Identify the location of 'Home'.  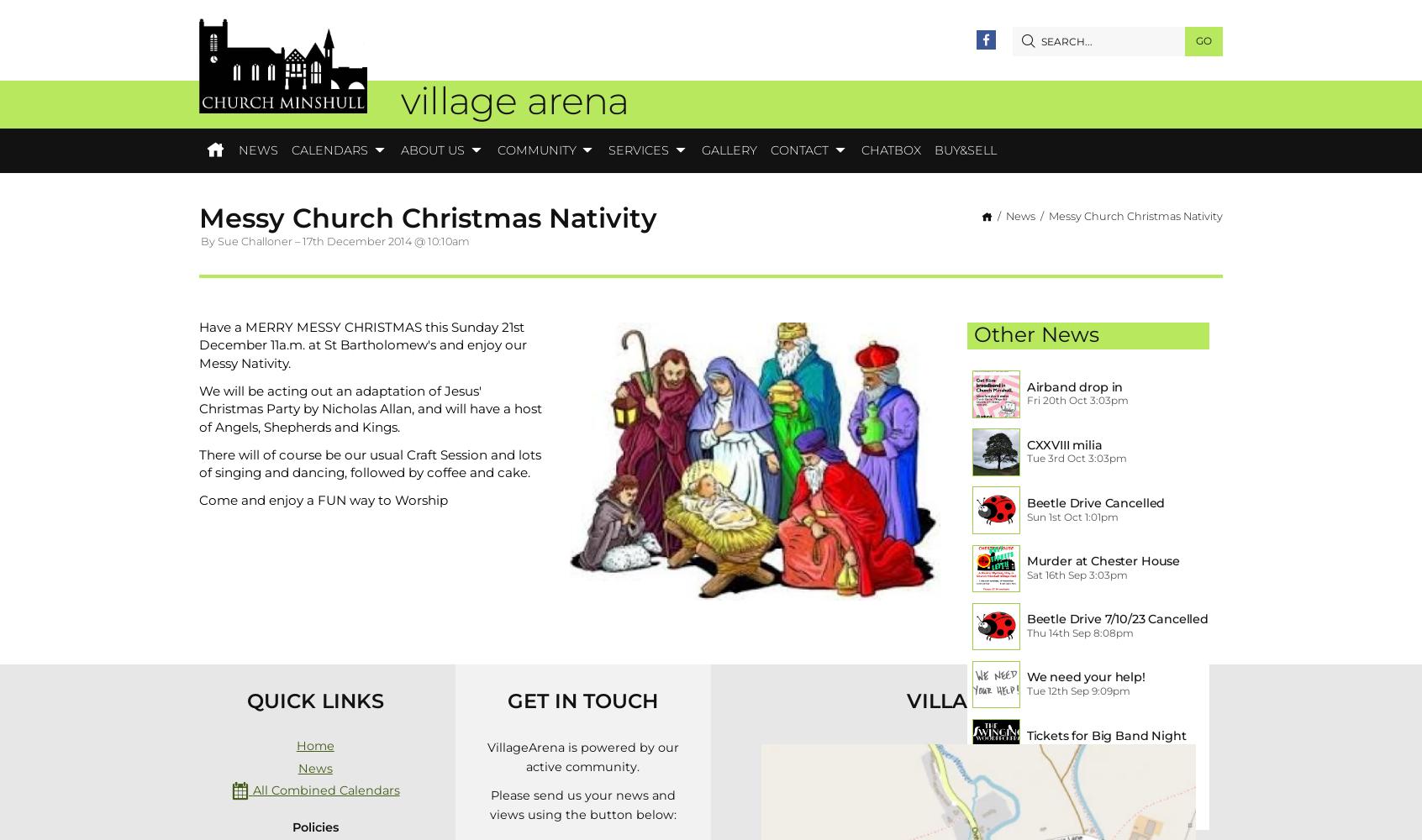
(314, 746).